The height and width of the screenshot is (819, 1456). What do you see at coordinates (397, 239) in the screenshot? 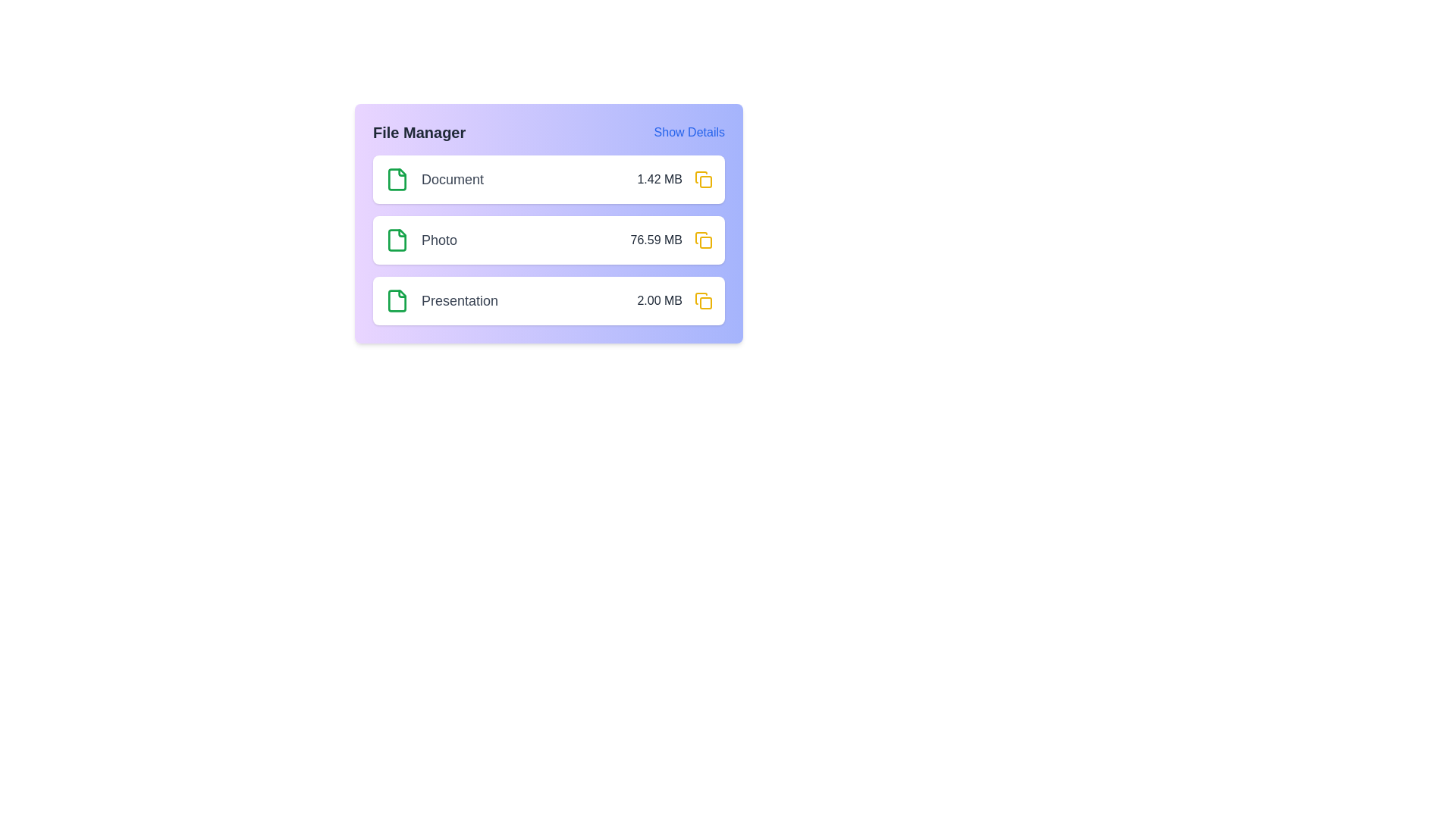
I see `the graphical icon representing the 'Photo' file entry in the 'File Manager' section, which has a green outline and a folded corner` at bounding box center [397, 239].